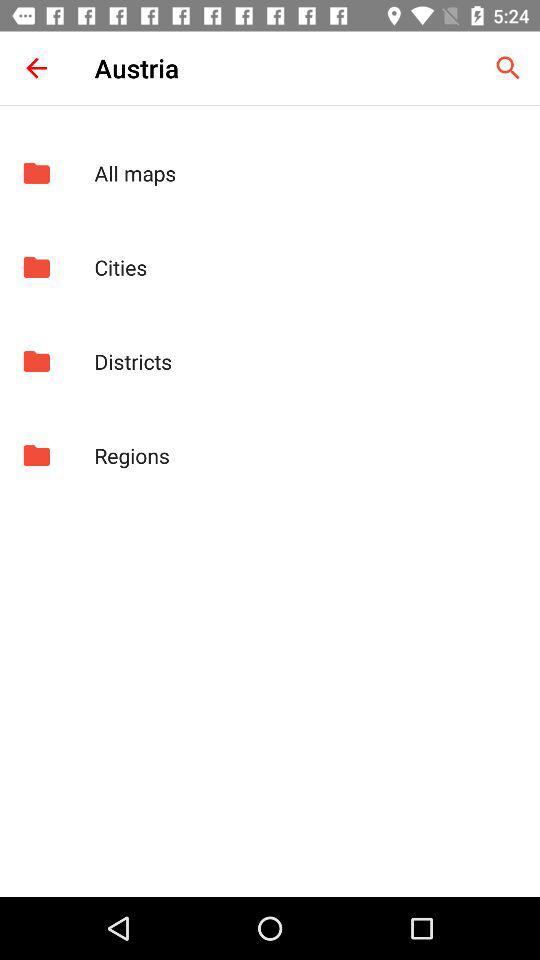 This screenshot has width=540, height=960. Describe the element at coordinates (36, 266) in the screenshot. I see `app next to the cities` at that location.